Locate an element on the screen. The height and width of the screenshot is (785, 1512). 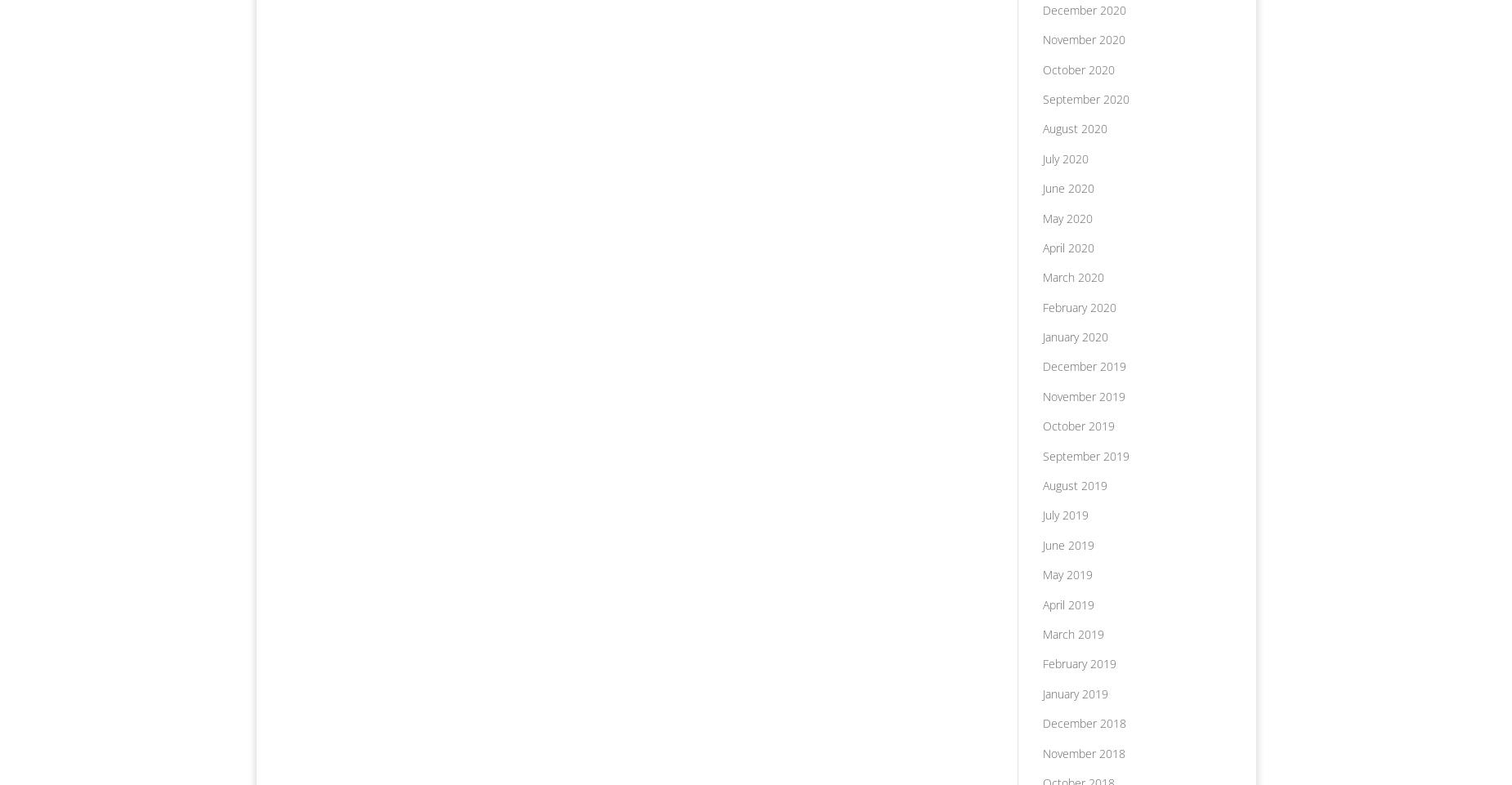
'October 2020' is located at coordinates (1077, 69).